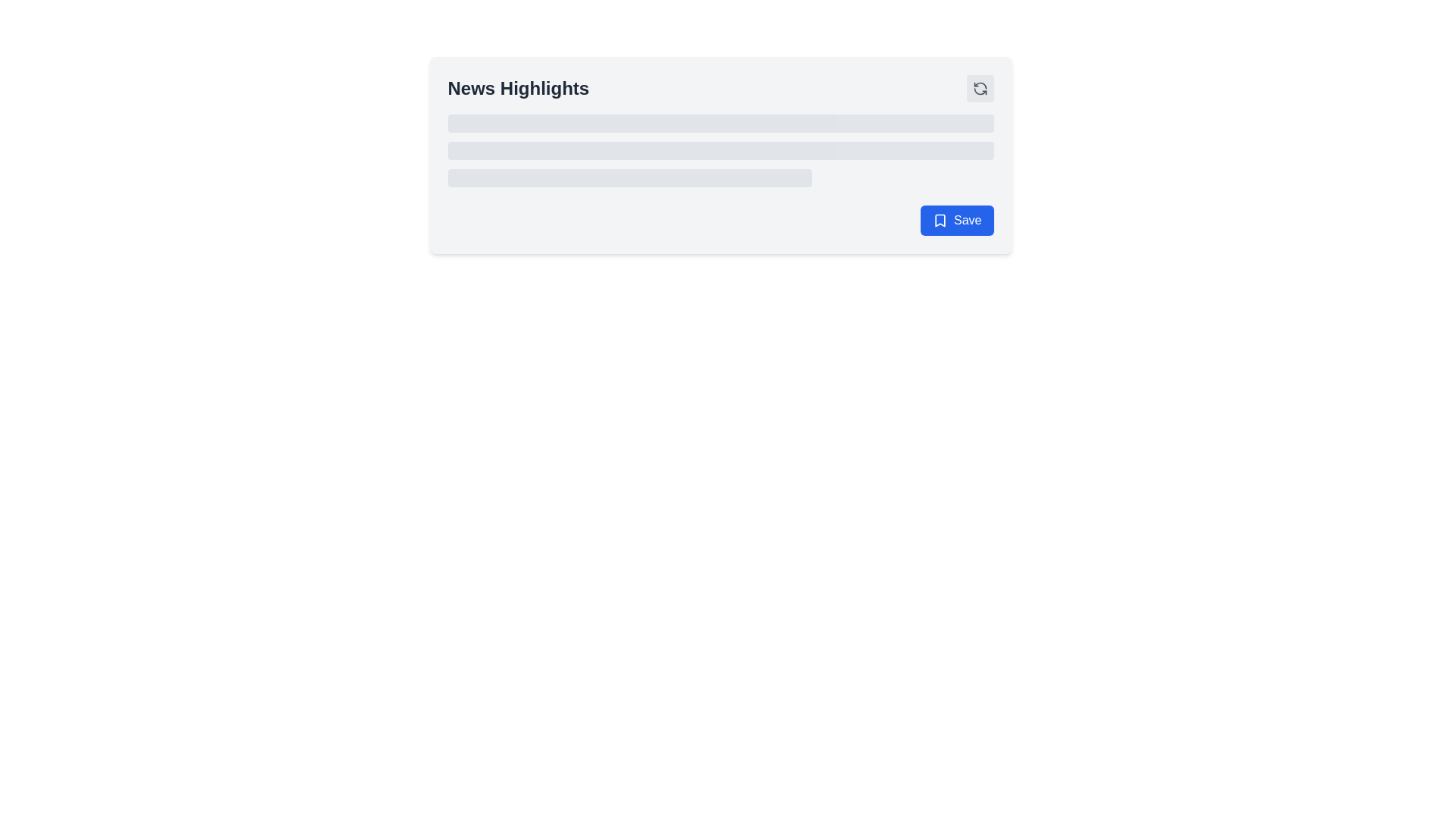 This screenshot has height=819, width=1456. I want to click on the bookmark icon located inside the blue 'Save' button at the bottom-right of the panel, so click(939, 220).